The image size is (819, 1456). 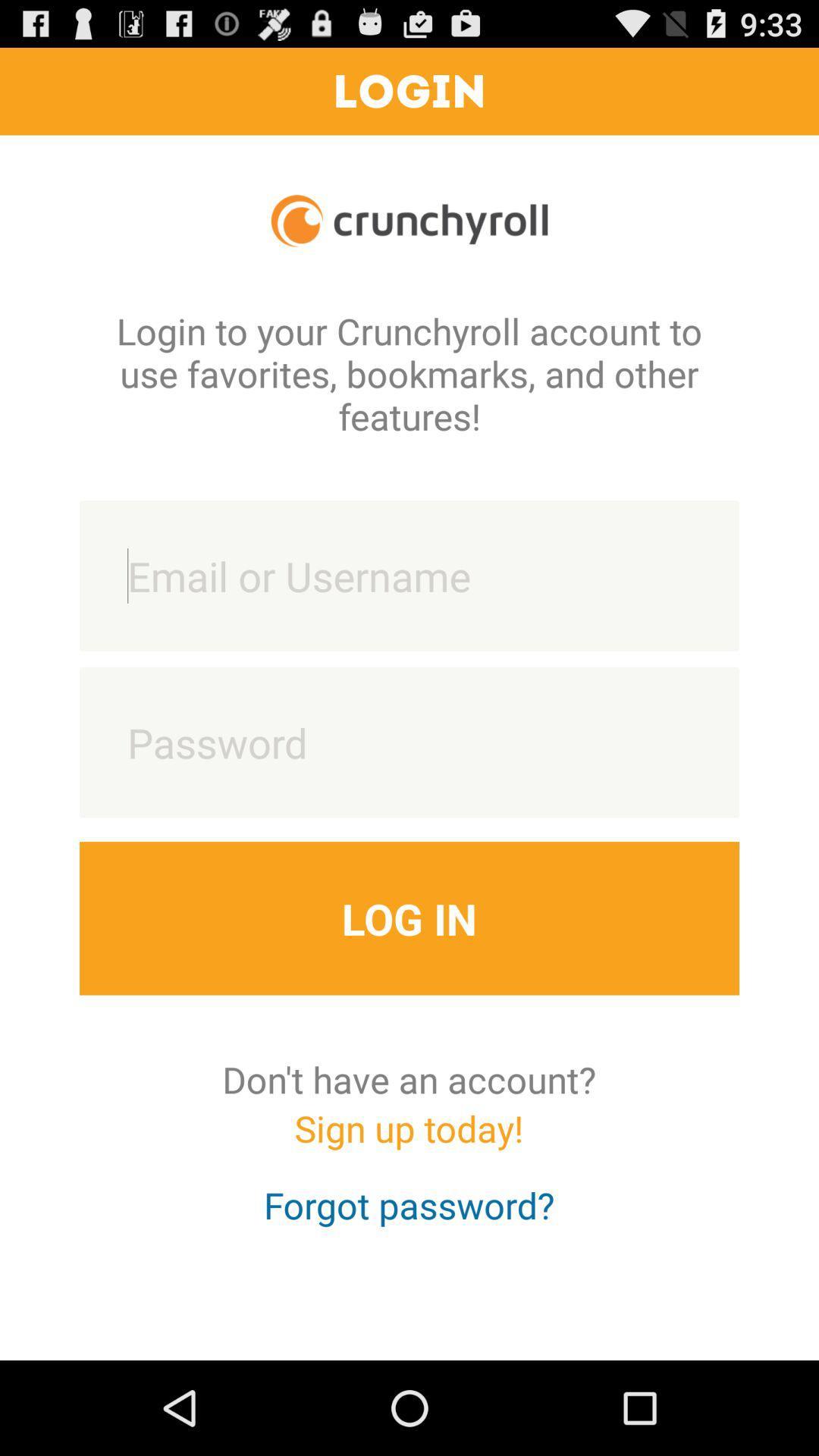 What do you see at coordinates (408, 1078) in the screenshot?
I see `icon below log in app` at bounding box center [408, 1078].